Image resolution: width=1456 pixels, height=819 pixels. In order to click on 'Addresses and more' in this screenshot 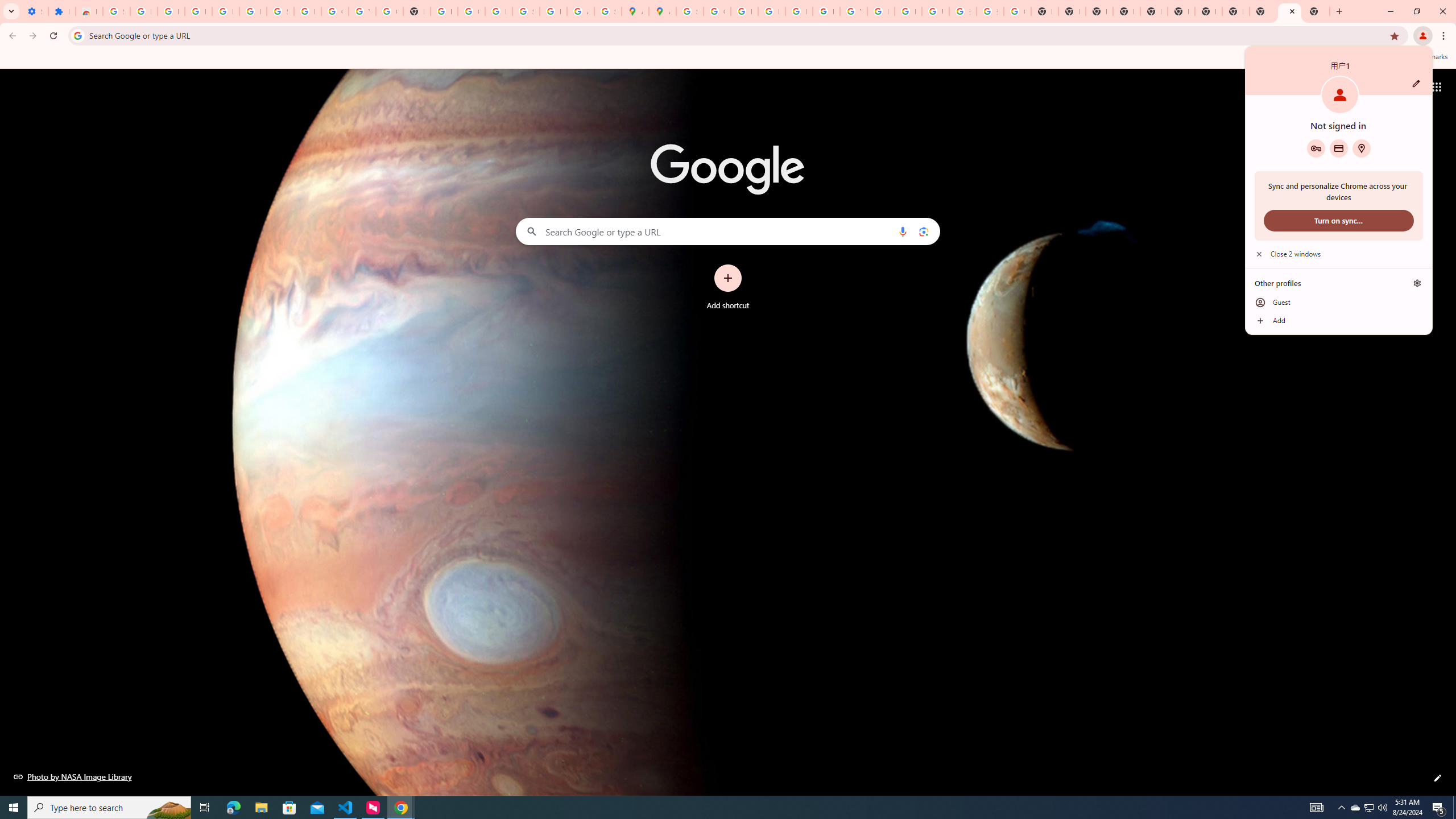, I will do `click(1360, 148)`.